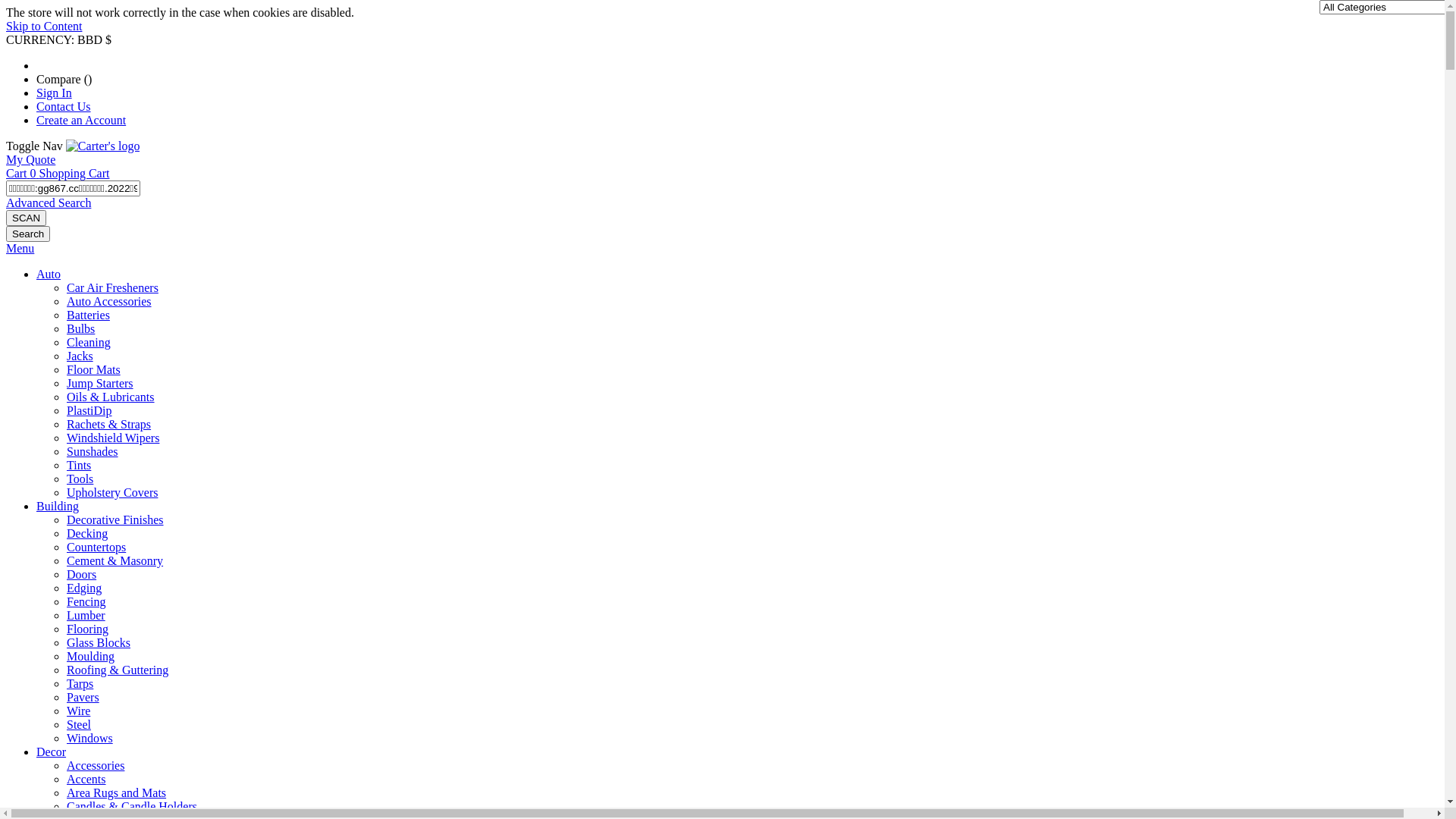  Describe the element at coordinates (65, 492) in the screenshot. I see `'Upholstery Covers'` at that location.